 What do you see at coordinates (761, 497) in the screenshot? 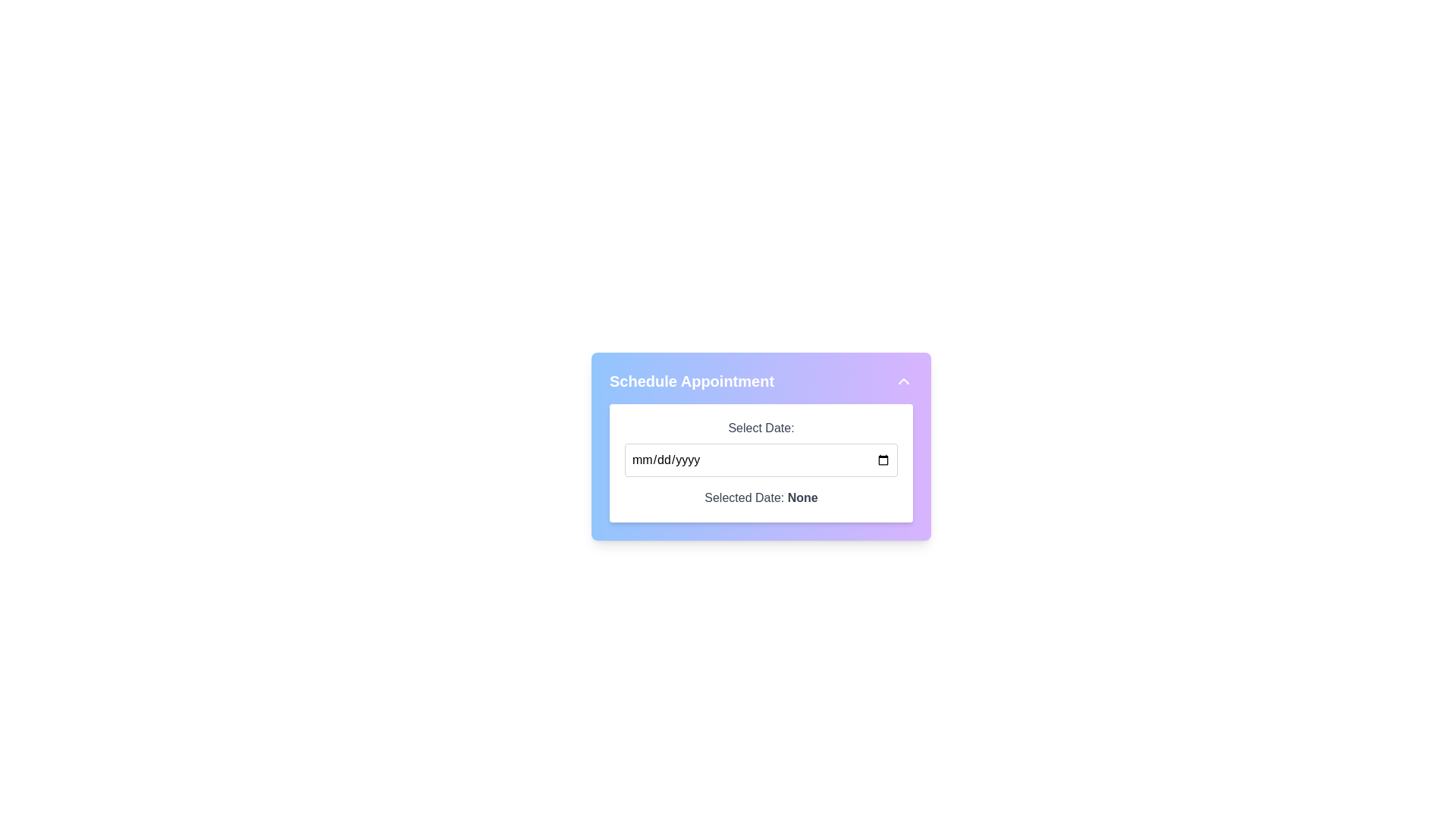
I see `the static text label displaying 'Selected Date: None', which is located in a white box with rounded corners beneath 'Select Date:' and the date input field` at bounding box center [761, 497].